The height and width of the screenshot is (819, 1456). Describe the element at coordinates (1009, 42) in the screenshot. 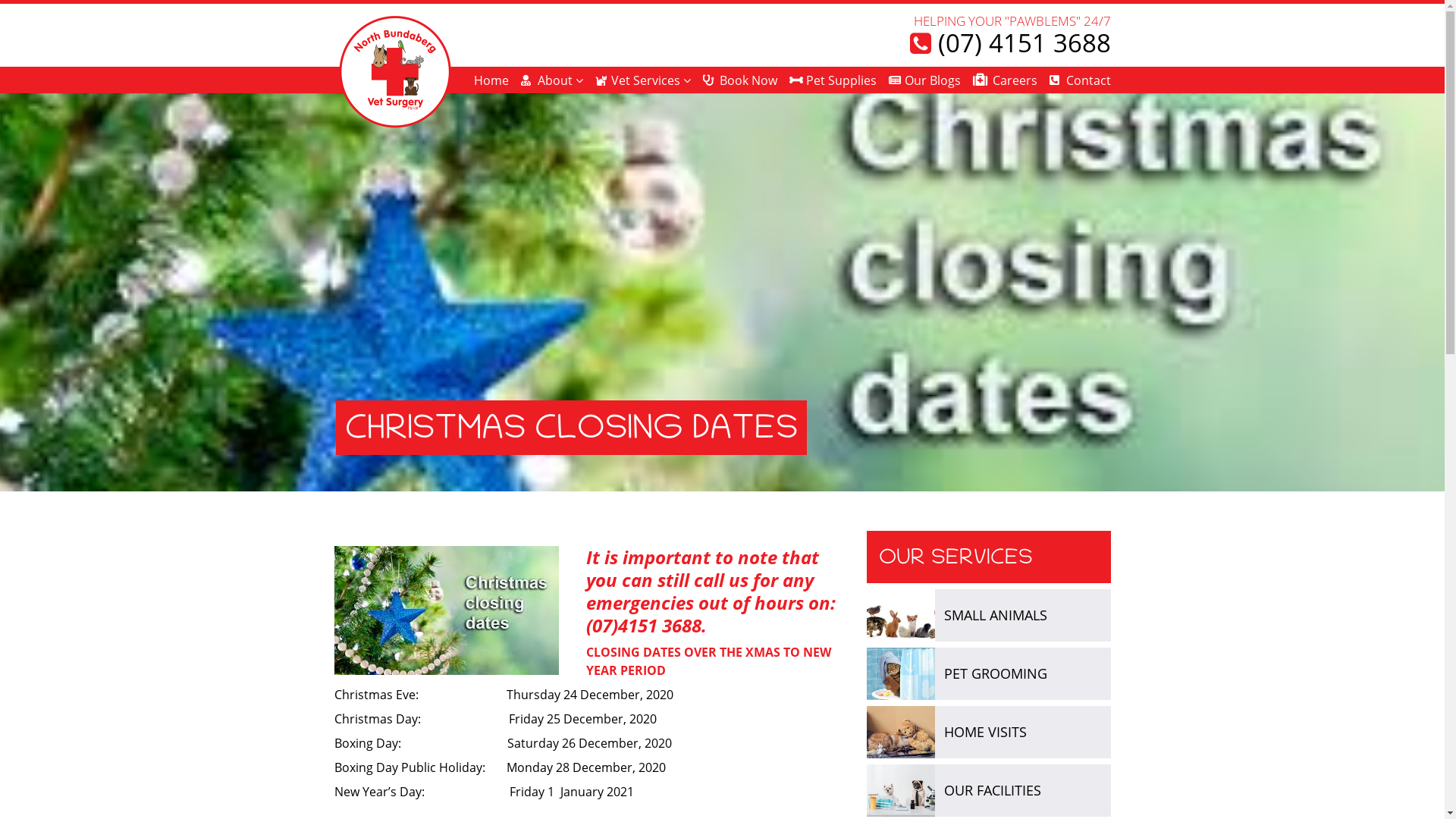

I see `'(07) 4151 3688'` at that location.